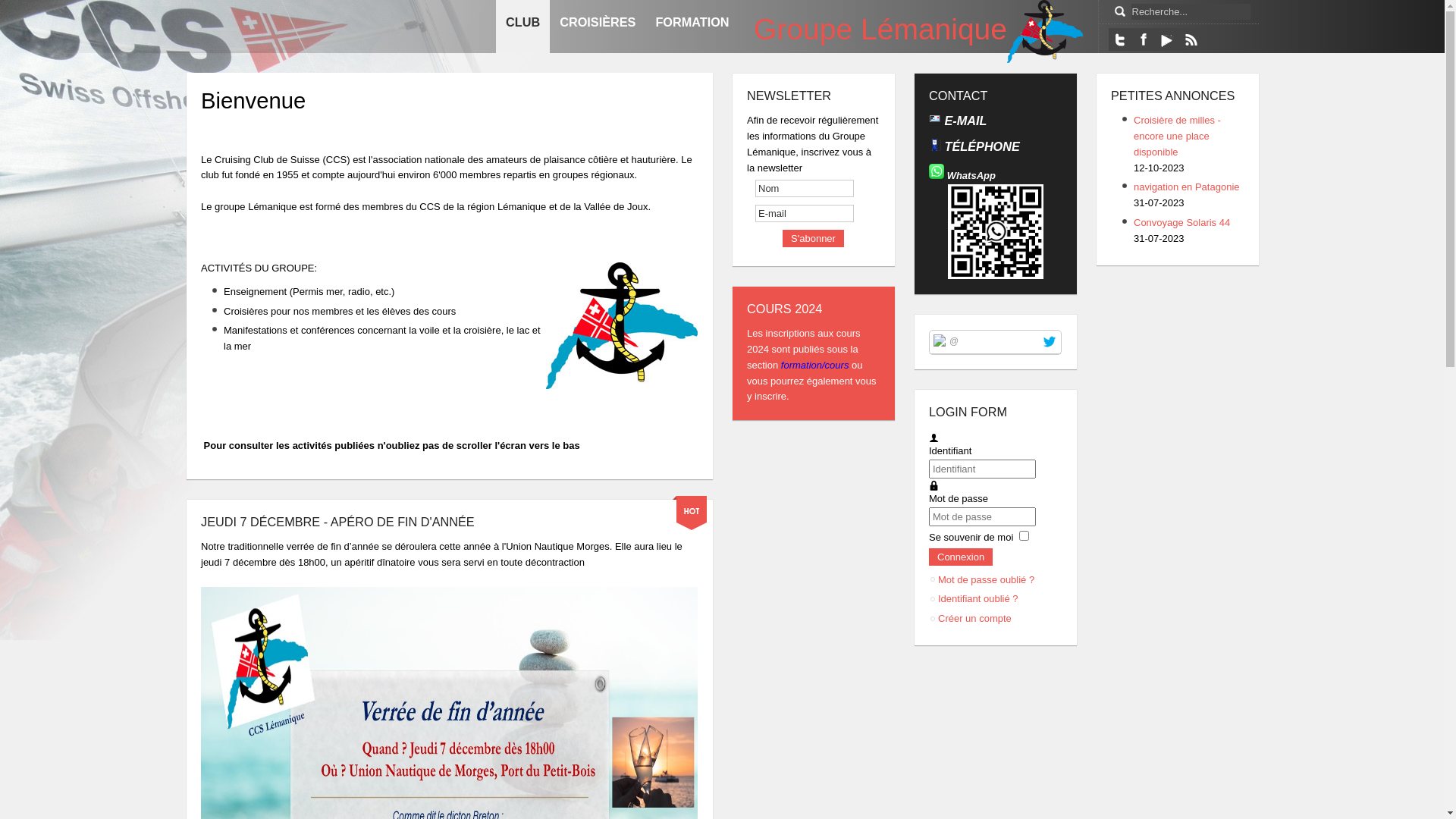 The height and width of the screenshot is (819, 1456). I want to click on 'FORMATION', so click(691, 26).